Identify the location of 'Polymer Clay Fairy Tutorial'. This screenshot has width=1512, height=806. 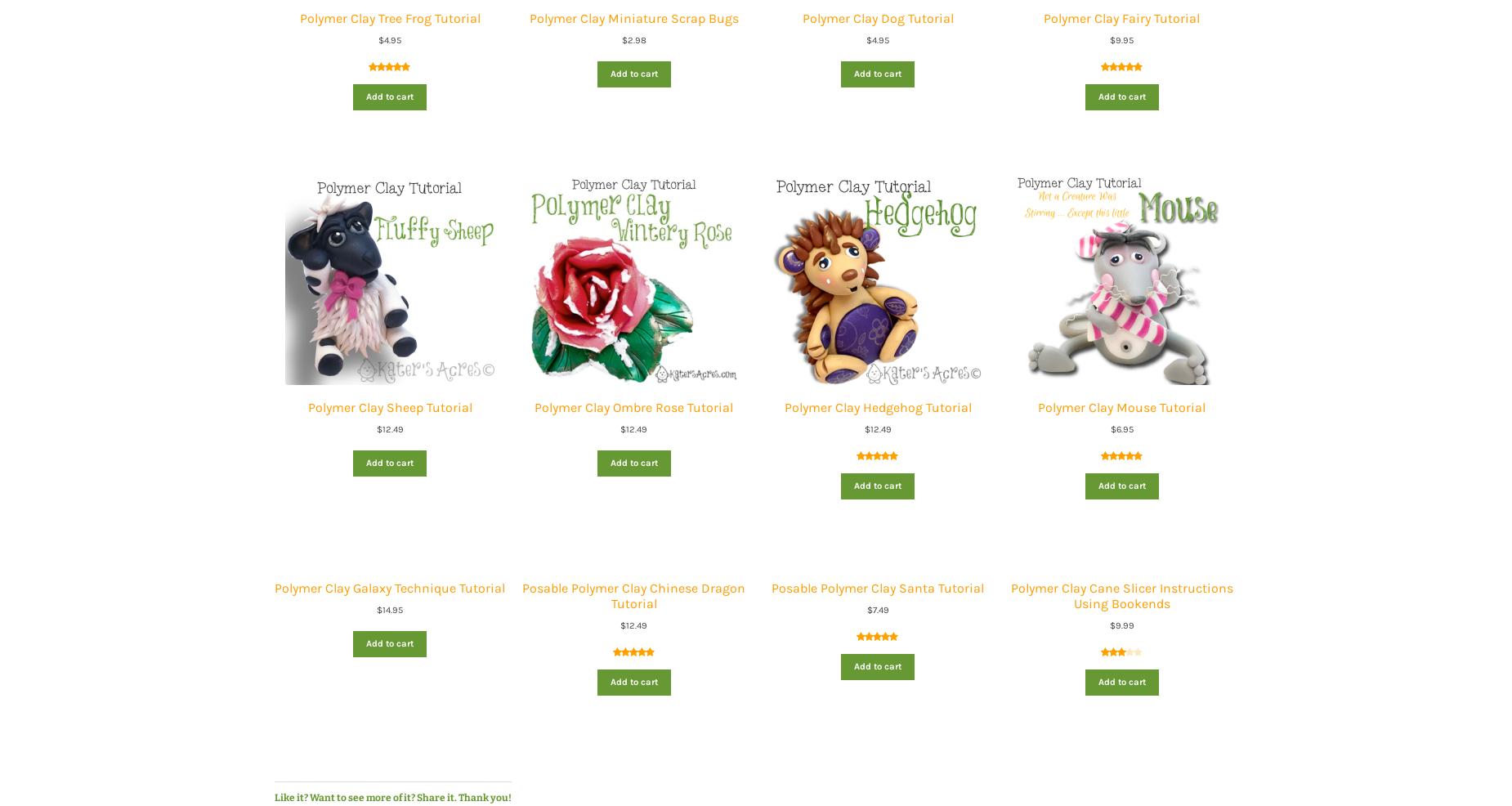
(1043, 17).